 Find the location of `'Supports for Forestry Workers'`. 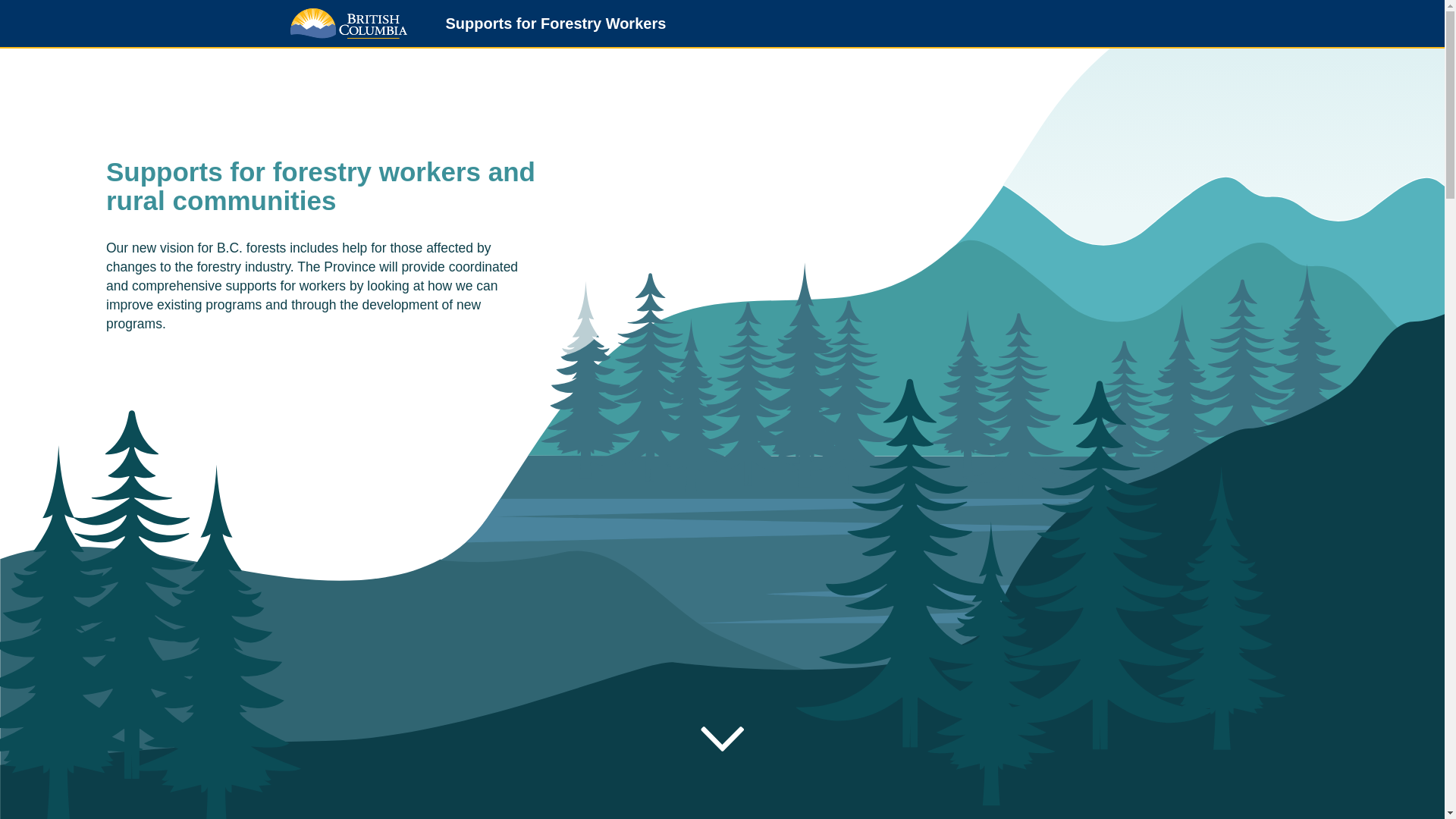

'Supports for Forestry Workers' is located at coordinates (548, 25).